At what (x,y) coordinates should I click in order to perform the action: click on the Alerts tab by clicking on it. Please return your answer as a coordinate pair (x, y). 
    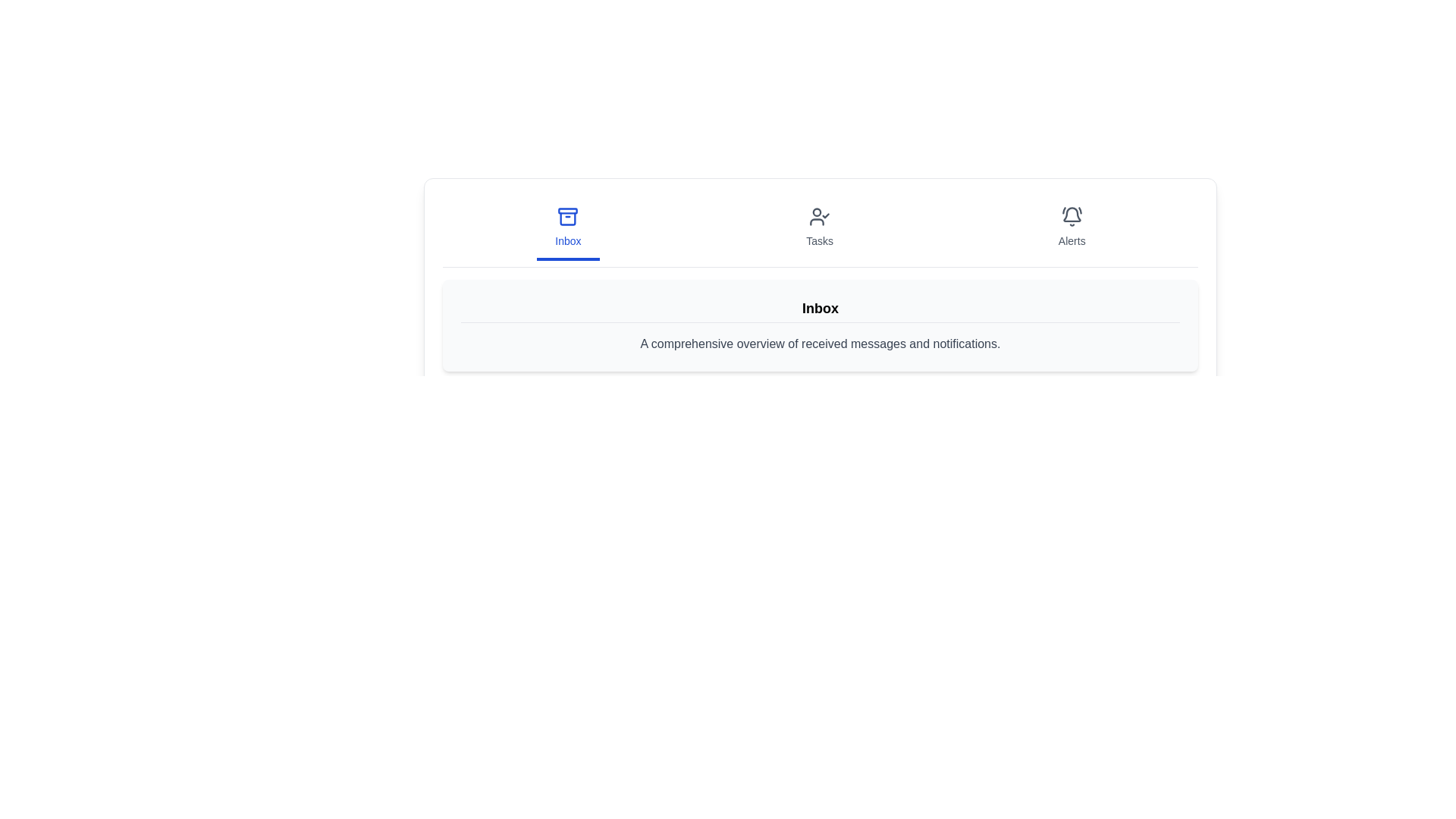
    Looking at the image, I should click on (1070, 228).